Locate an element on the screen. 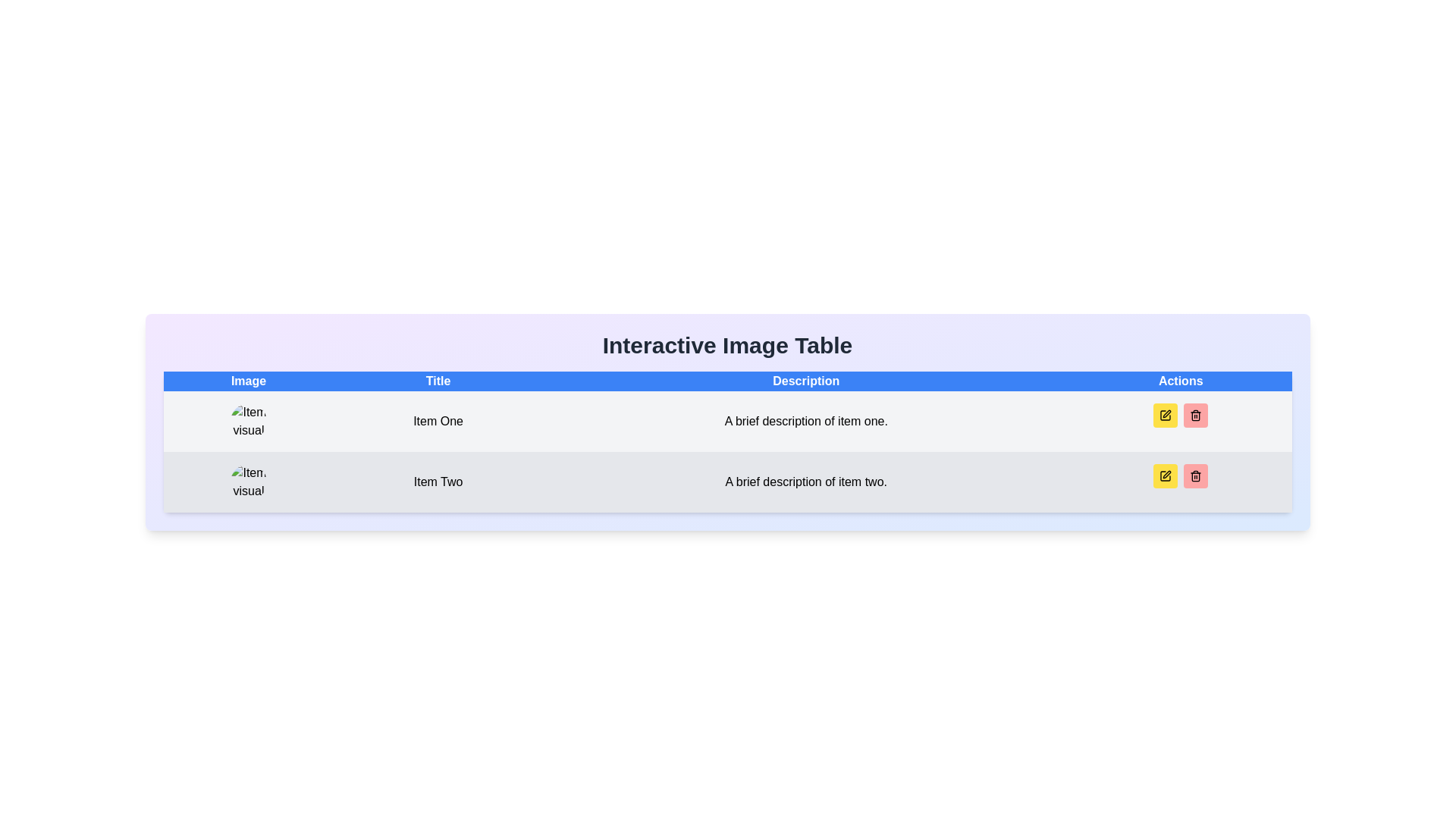 The height and width of the screenshot is (819, 1456). the Text element that serves as the title in the second row under the 'Title' column of the table, positioned next to the 'Item visual' cell is located at coordinates (438, 482).